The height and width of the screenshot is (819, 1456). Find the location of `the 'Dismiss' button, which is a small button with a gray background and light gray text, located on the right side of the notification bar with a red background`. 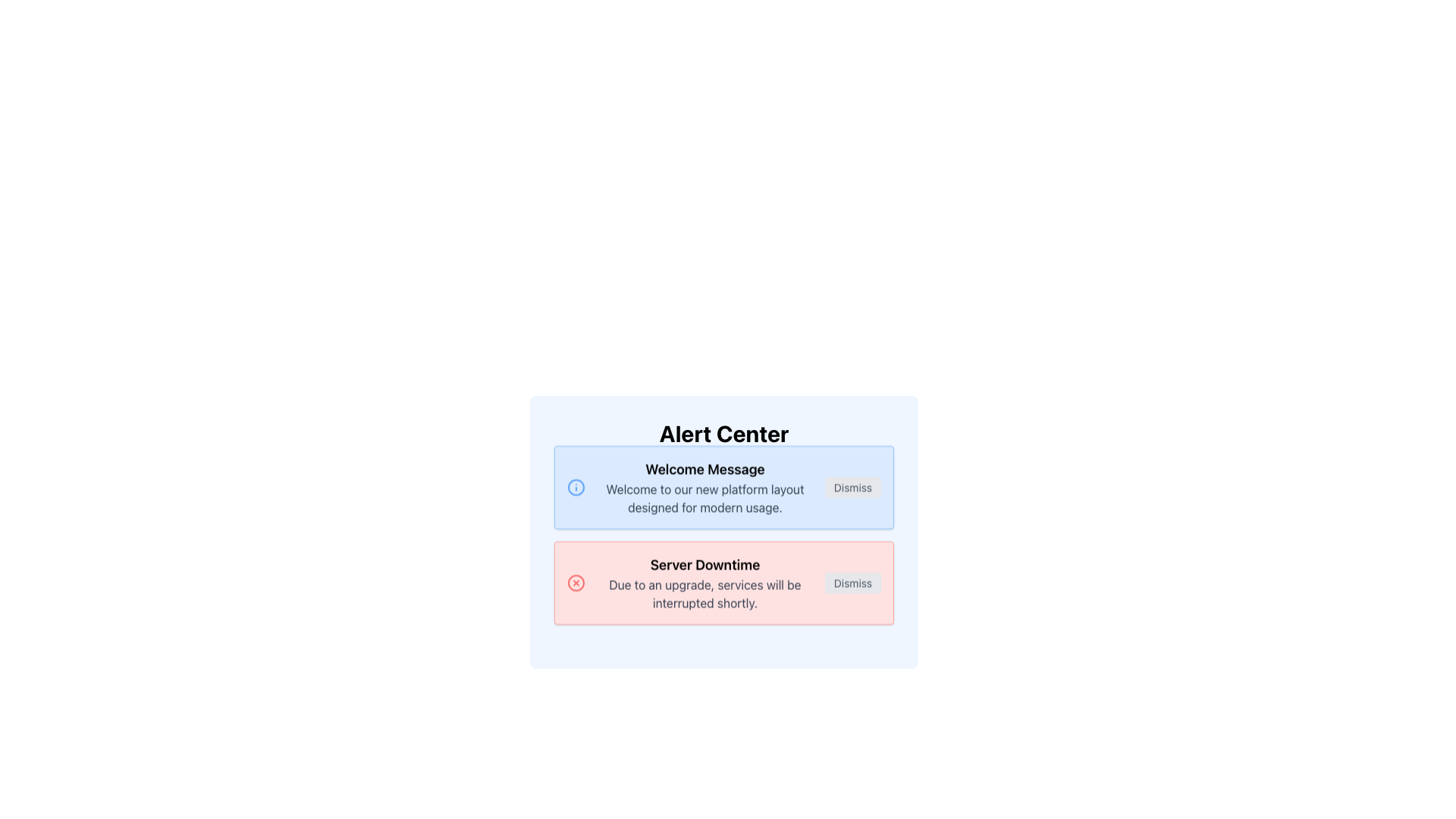

the 'Dismiss' button, which is a small button with a gray background and light gray text, located on the right side of the notification bar with a red background is located at coordinates (852, 595).